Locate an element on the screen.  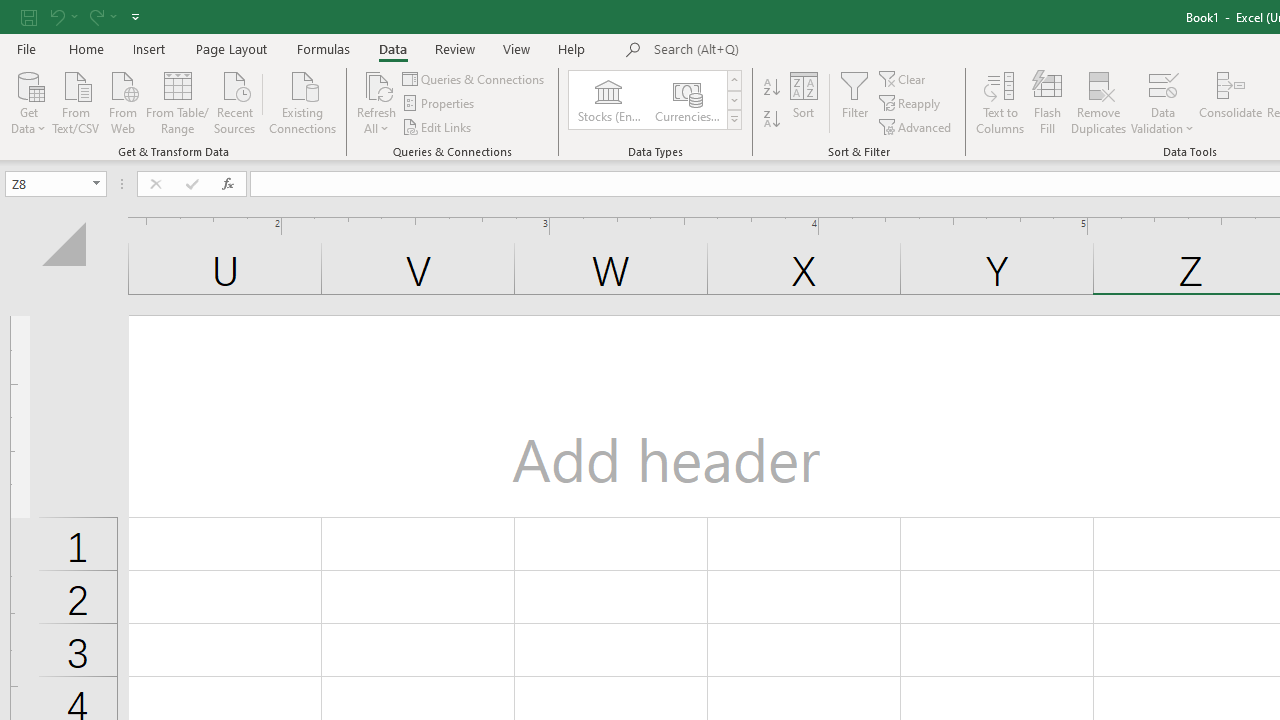
'Data' is located at coordinates (392, 48).